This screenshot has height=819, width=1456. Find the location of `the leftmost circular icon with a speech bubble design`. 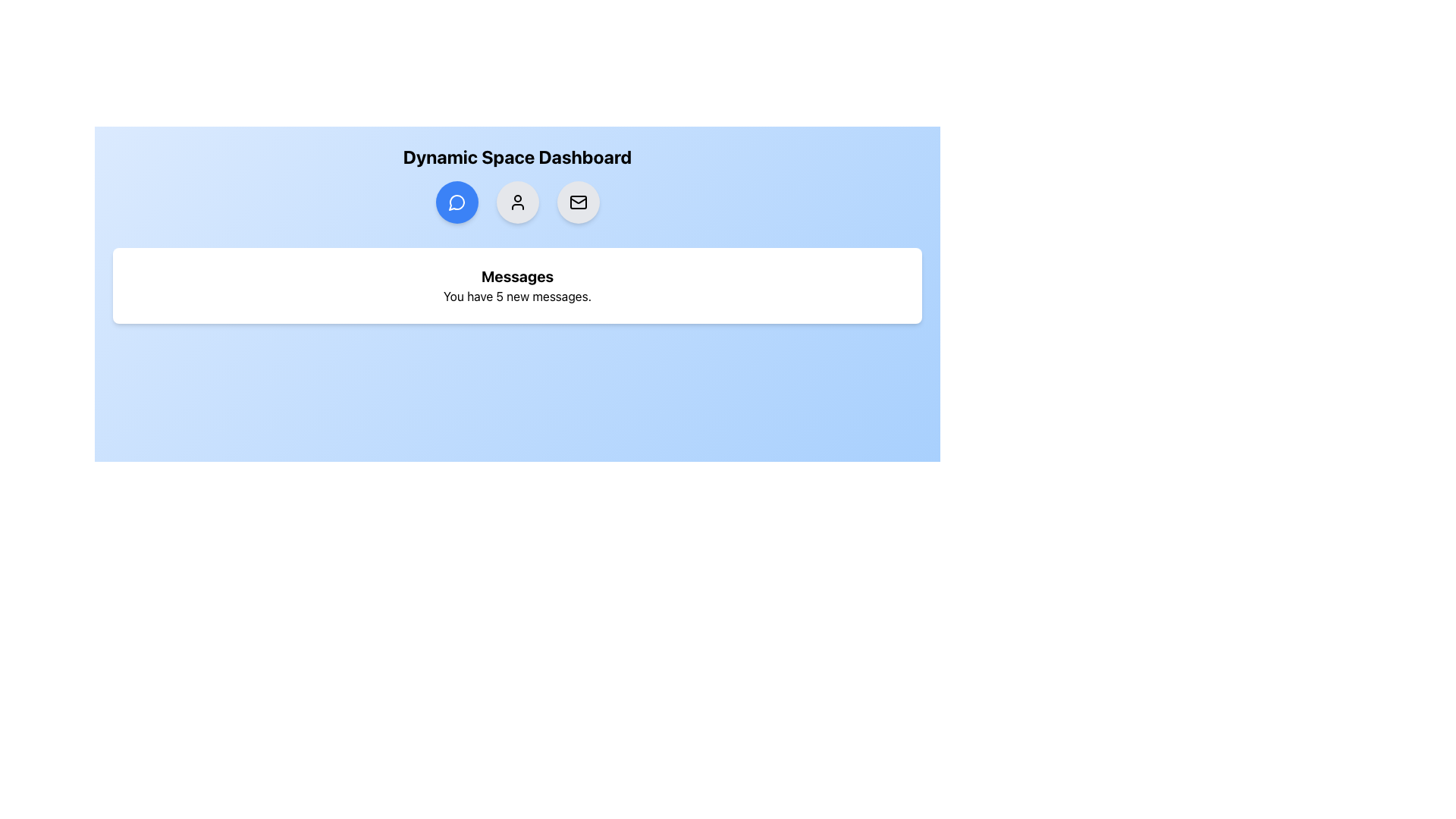

the leftmost circular icon with a speech bubble design is located at coordinates (456, 201).